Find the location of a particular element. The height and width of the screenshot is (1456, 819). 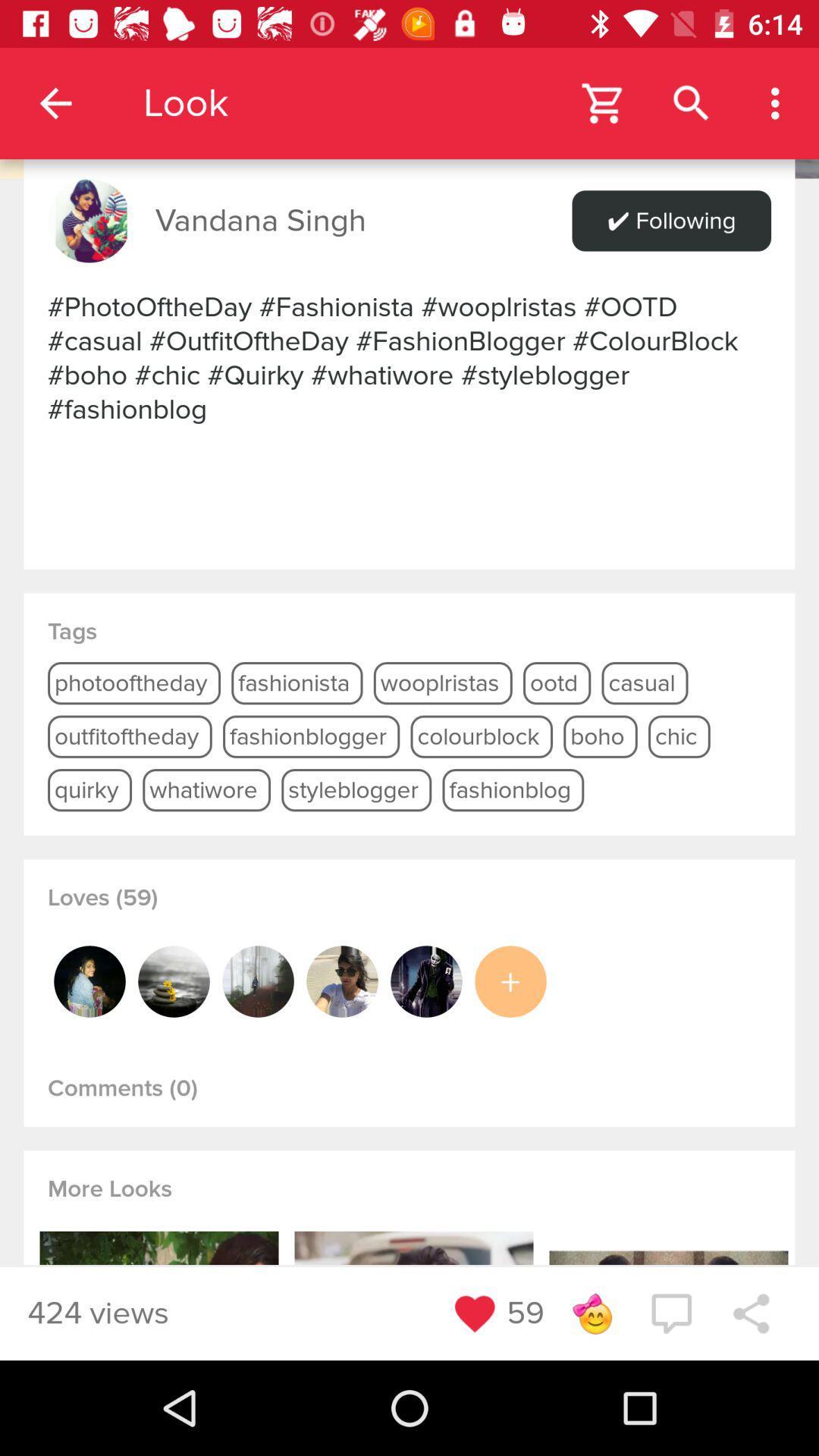

look at user profile is located at coordinates (89, 981).